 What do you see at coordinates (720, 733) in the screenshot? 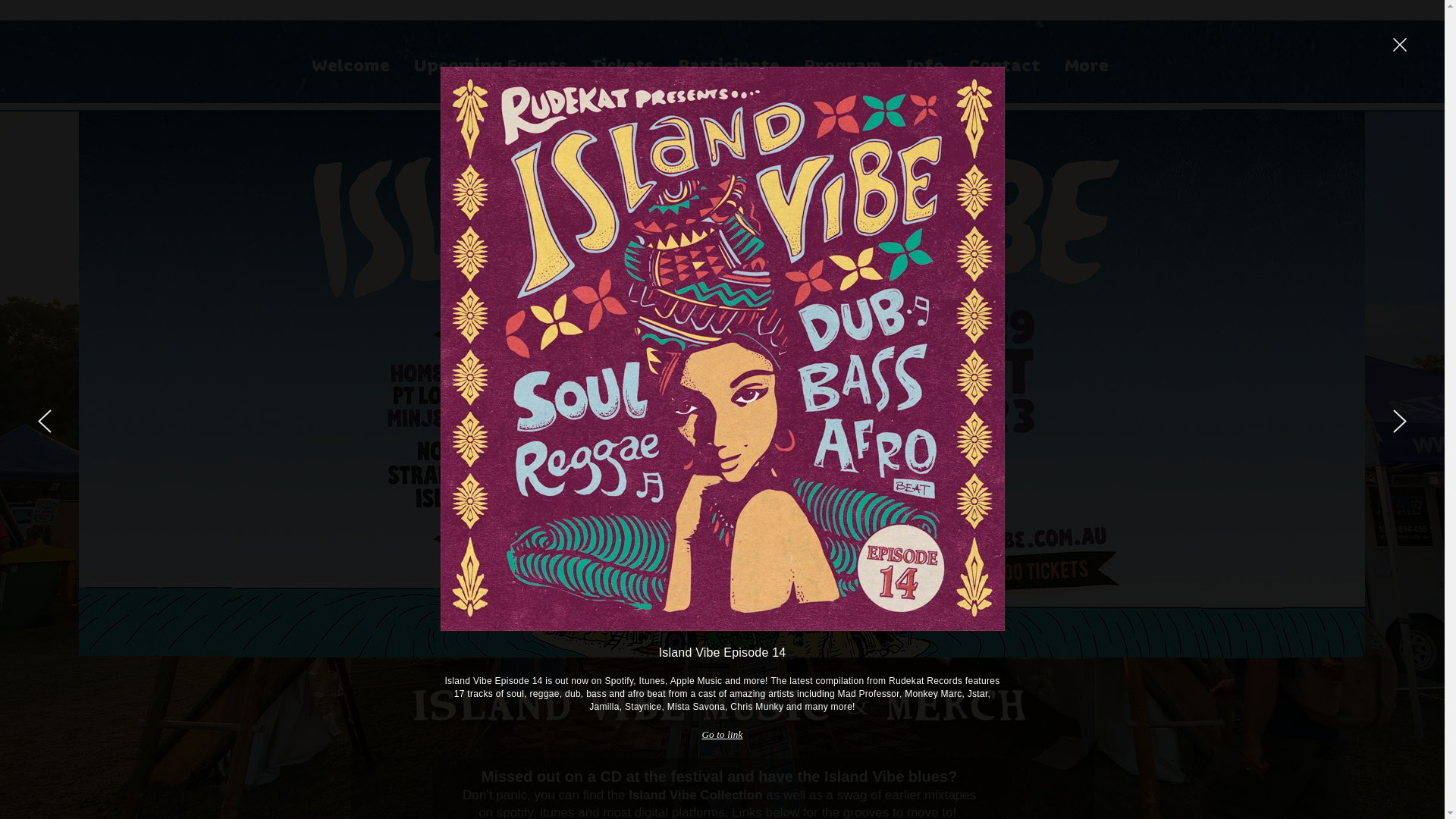
I see `'Go to link'` at bounding box center [720, 733].